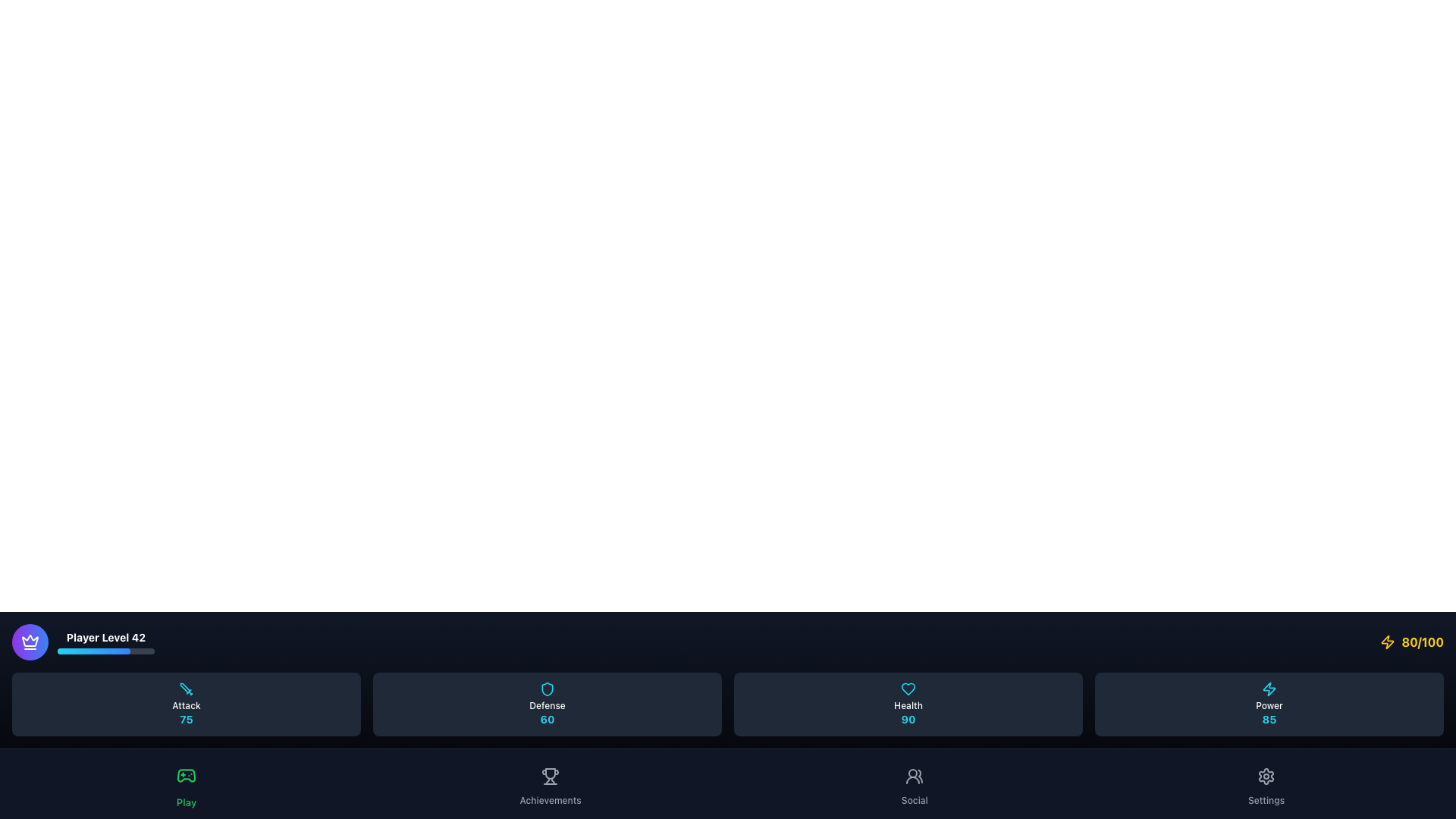 The image size is (1456, 819). I want to click on the 'Social' icon in the navigation bar, which resembles a group of users with two overlapping figures, so click(914, 776).